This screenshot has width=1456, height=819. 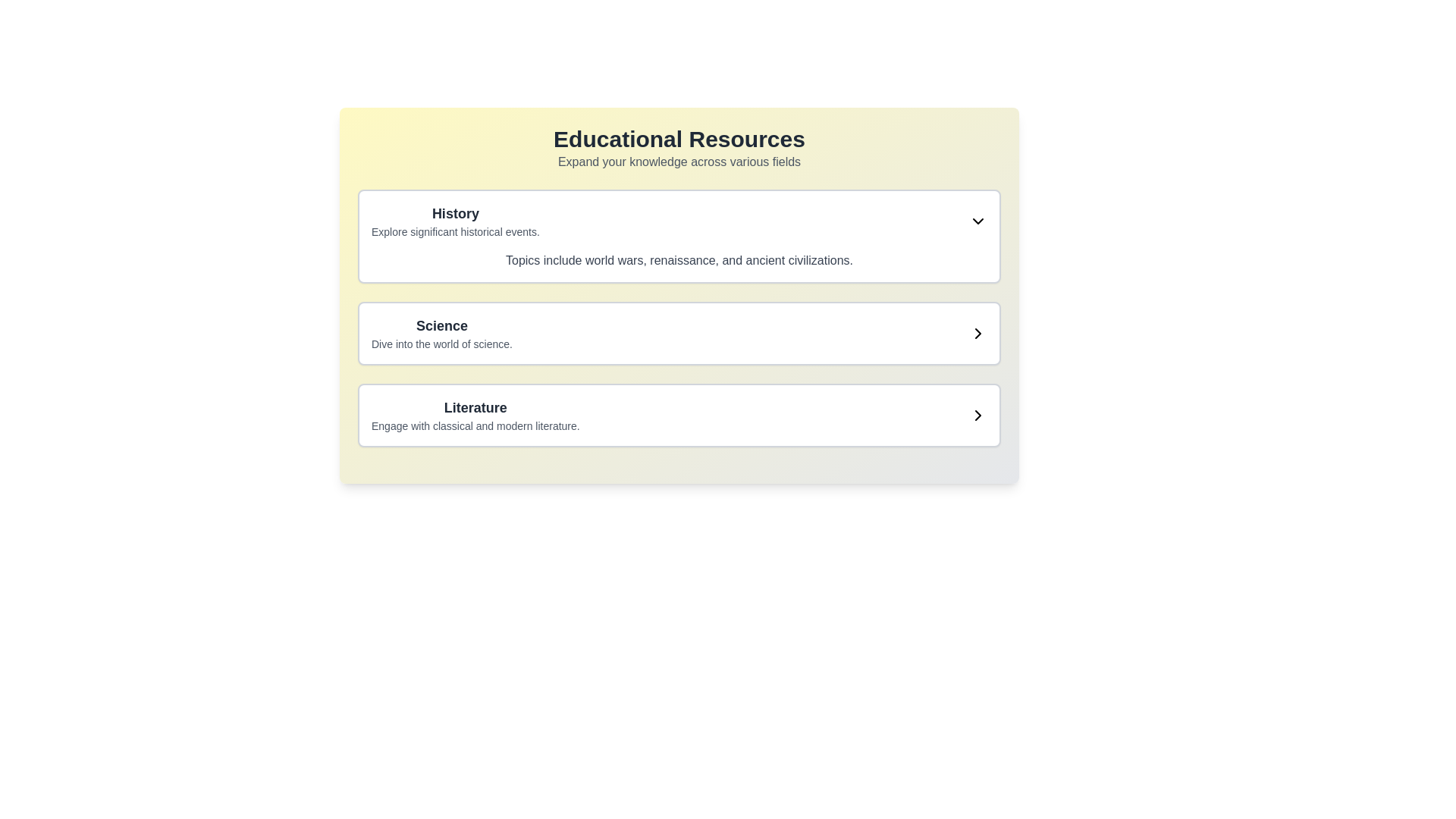 I want to click on the chevron-right icon button located at the far-right side of the 'Literature' section, so click(x=978, y=415).